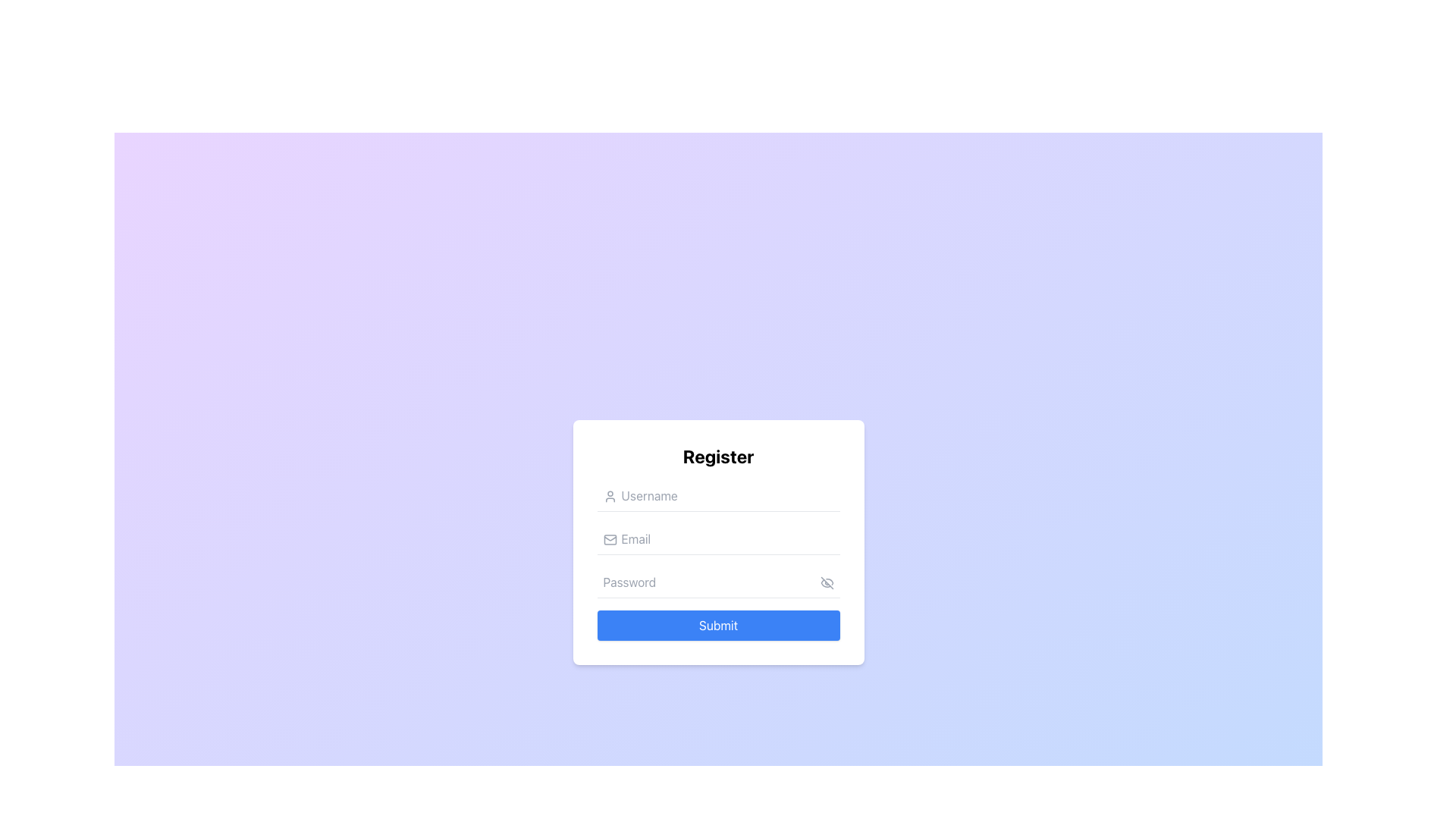  What do you see at coordinates (610, 496) in the screenshot?
I see `the username input field icon, which is located on the left side of the 'Username' input box in the registration form` at bounding box center [610, 496].